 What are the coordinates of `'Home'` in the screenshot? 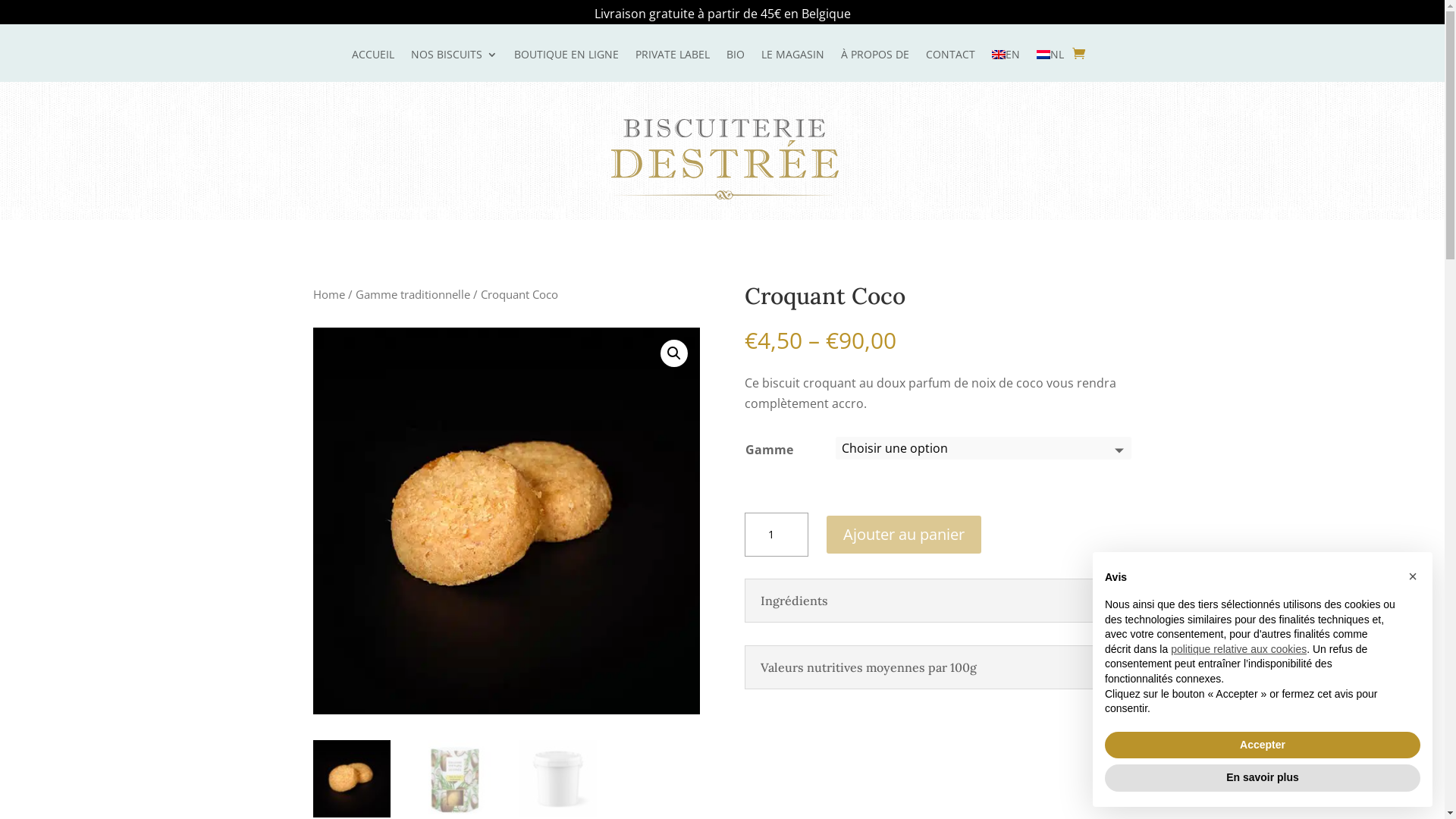 It's located at (312, 294).